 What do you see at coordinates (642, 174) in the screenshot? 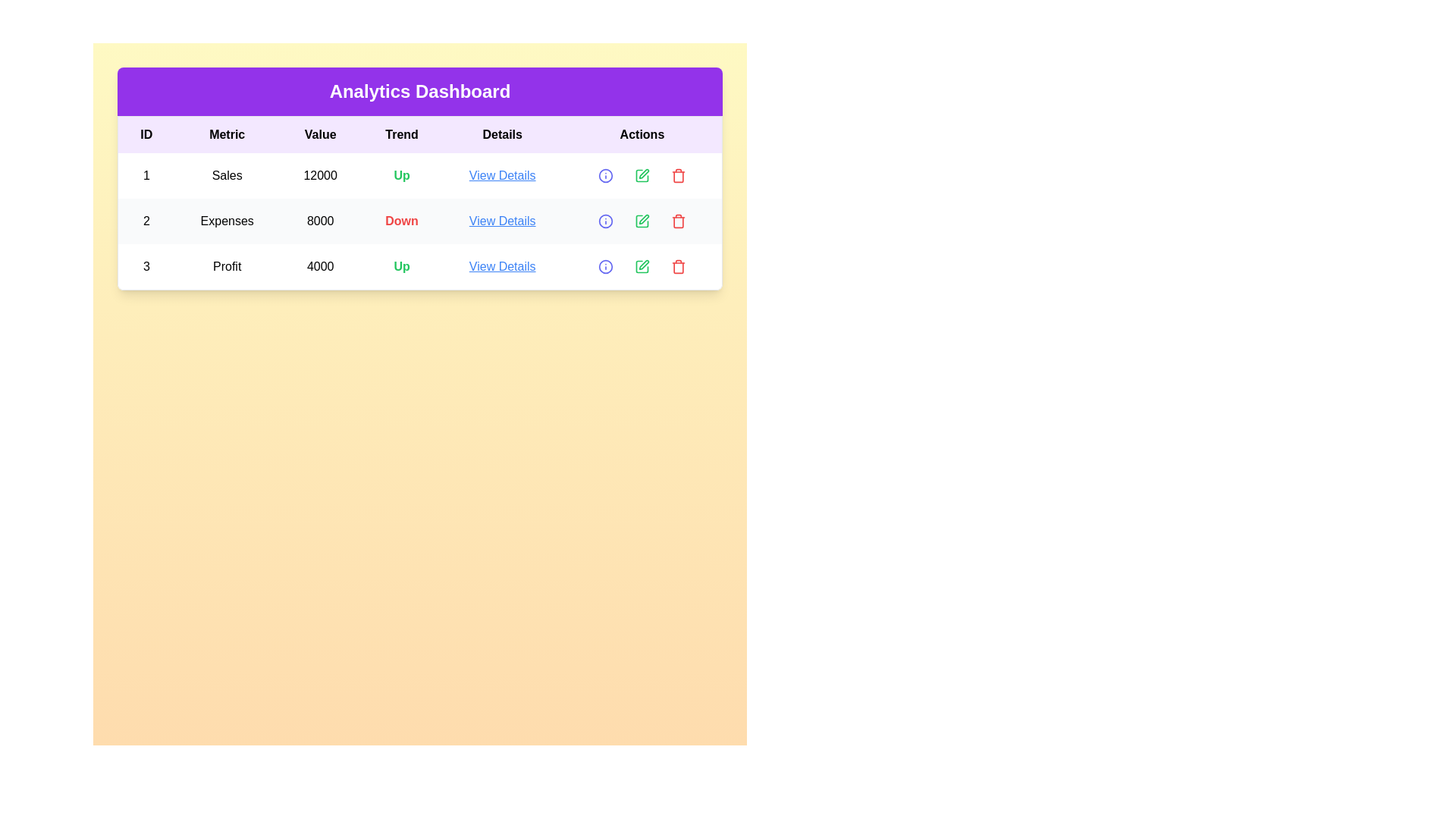
I see `the edit icon button in the Actions column of the first row of the table` at bounding box center [642, 174].